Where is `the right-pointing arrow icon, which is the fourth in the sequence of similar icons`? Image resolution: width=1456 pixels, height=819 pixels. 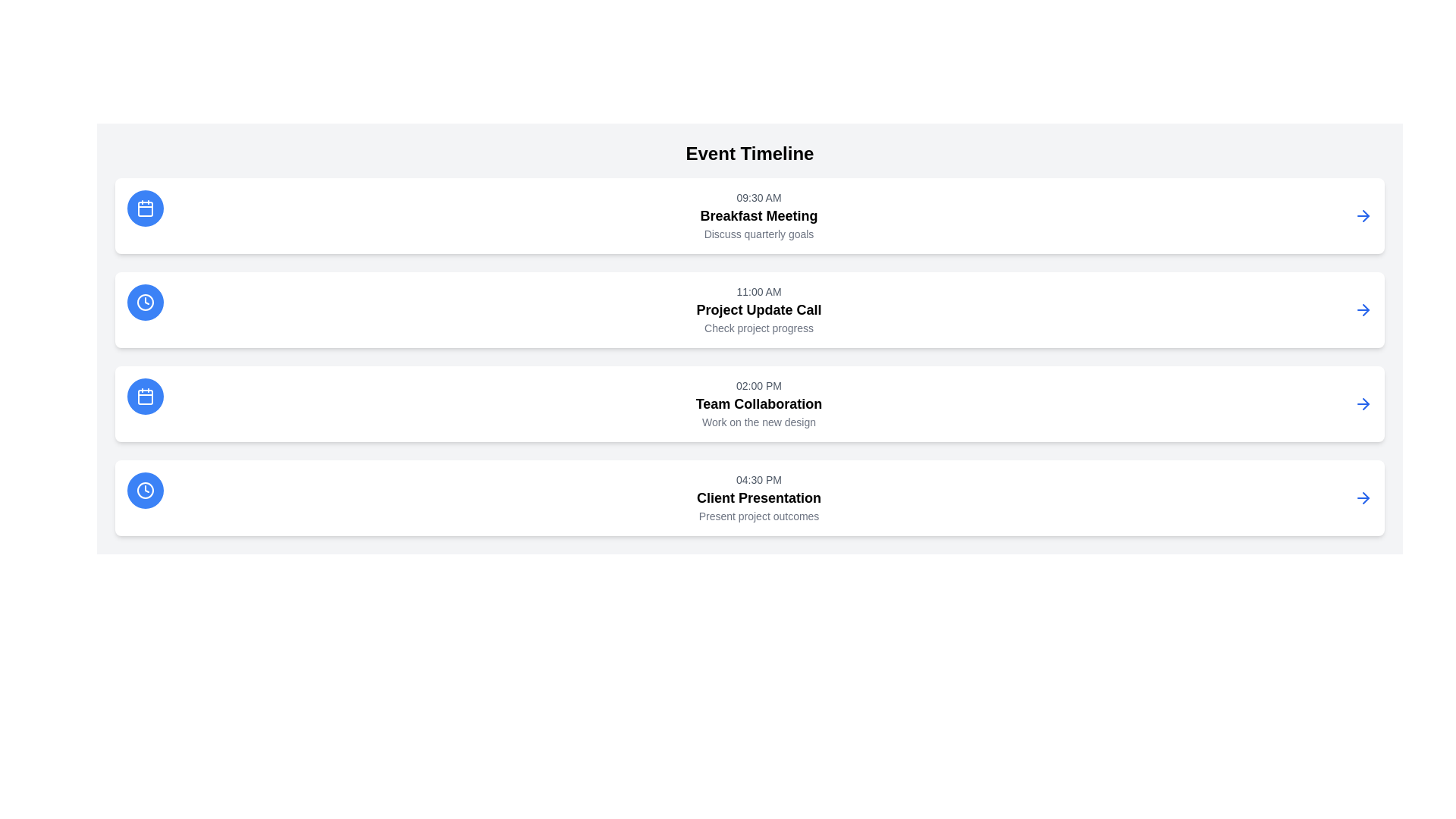
the right-pointing arrow icon, which is the fourth in the sequence of similar icons is located at coordinates (1363, 309).